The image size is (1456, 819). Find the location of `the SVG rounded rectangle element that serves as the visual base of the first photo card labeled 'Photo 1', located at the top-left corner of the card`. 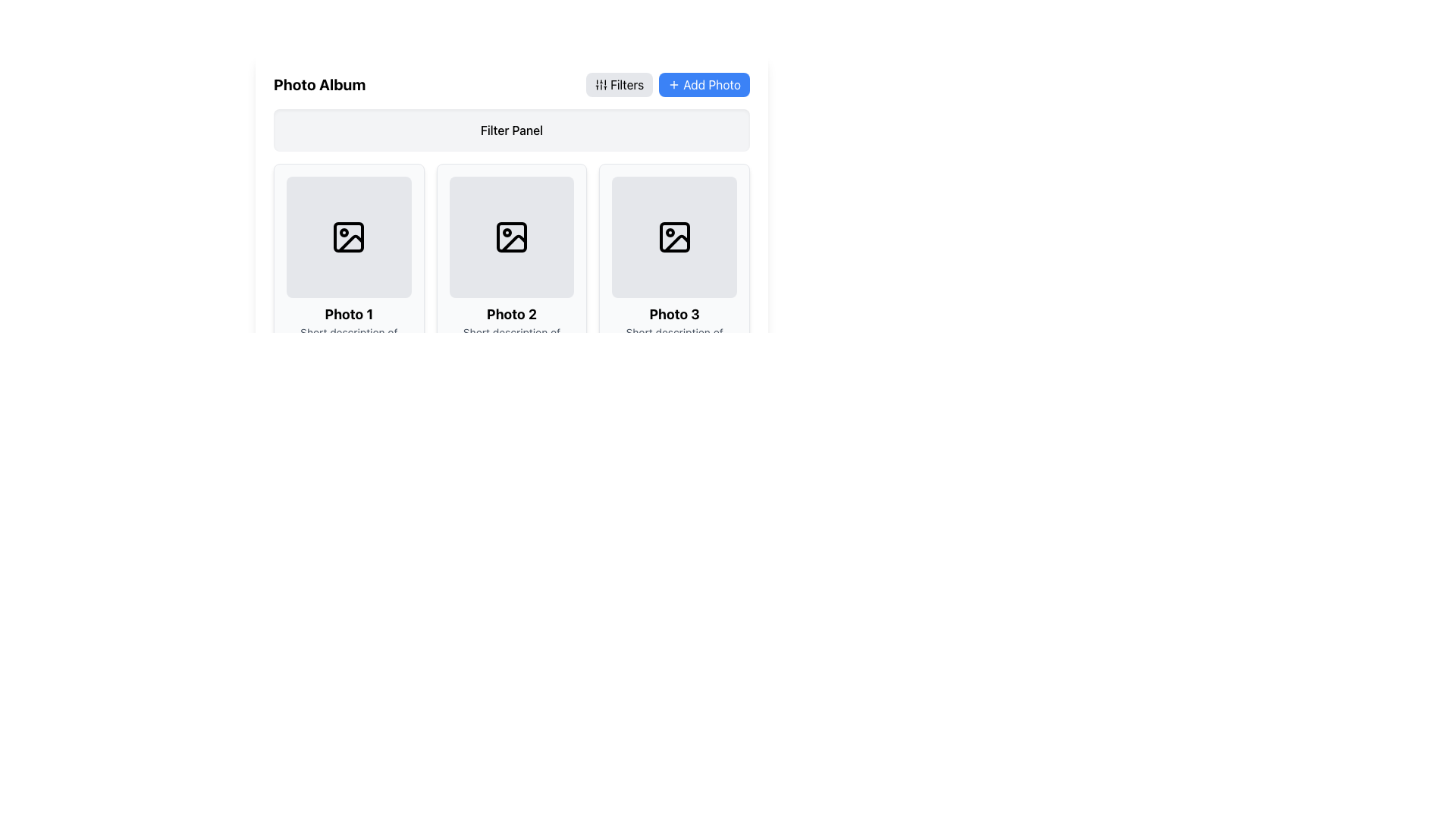

the SVG rounded rectangle element that serves as the visual base of the first photo card labeled 'Photo 1', located at the top-left corner of the card is located at coordinates (348, 237).